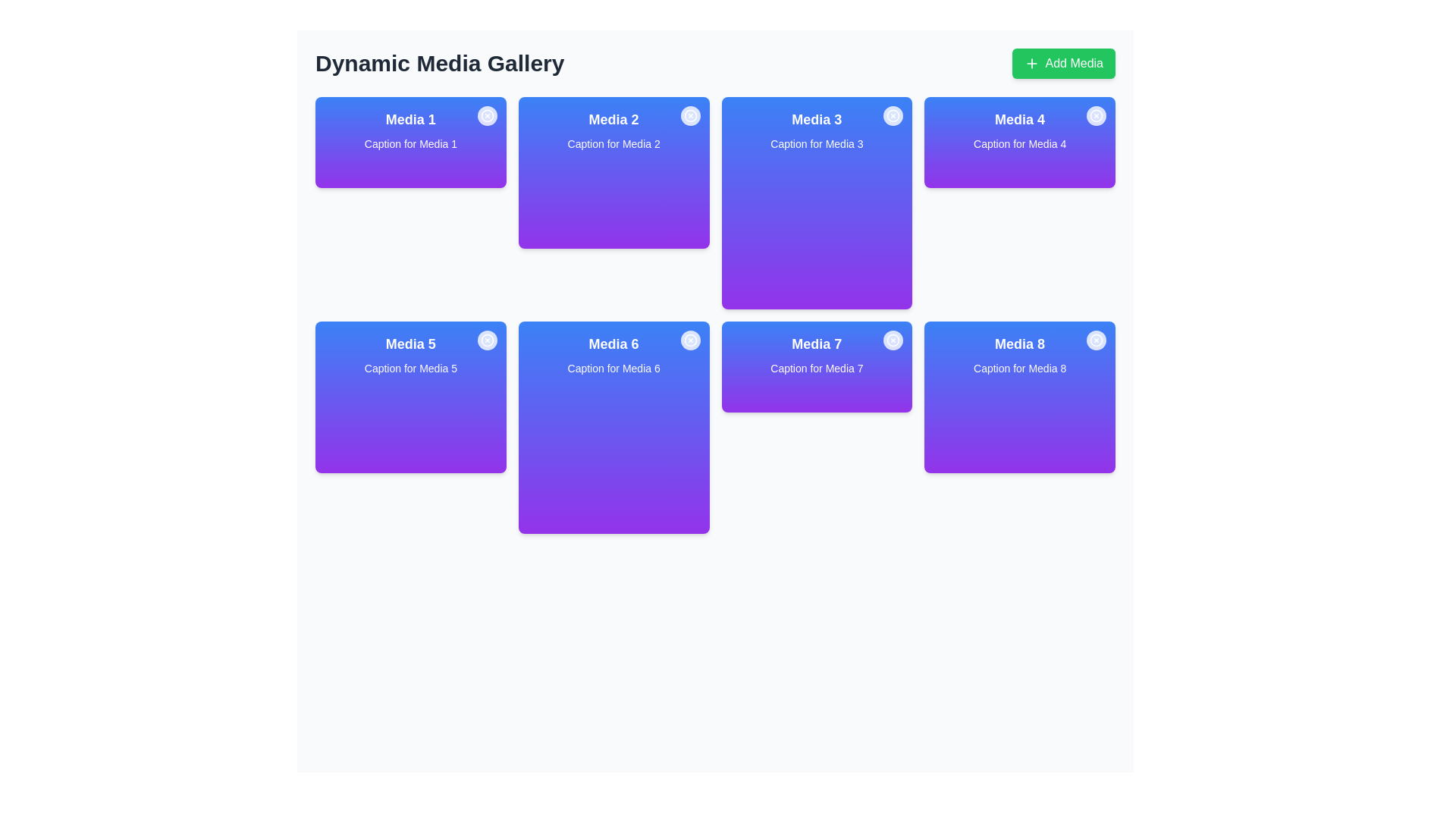 Image resolution: width=1456 pixels, height=819 pixels. Describe the element at coordinates (689, 339) in the screenshot. I see `the circular SVG element that serves as the background for the smaller cross icon within the 'Media 6' card` at that location.